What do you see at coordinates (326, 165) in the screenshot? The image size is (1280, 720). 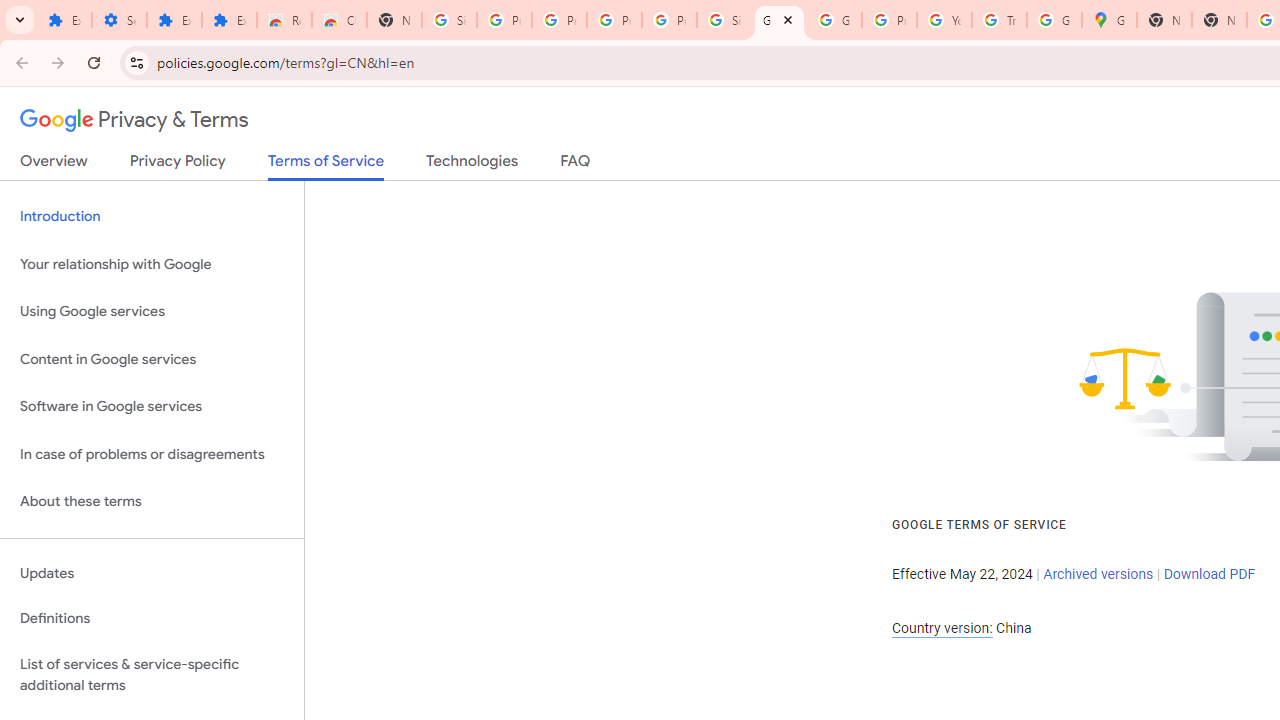 I see `'Terms of Service'` at bounding box center [326, 165].